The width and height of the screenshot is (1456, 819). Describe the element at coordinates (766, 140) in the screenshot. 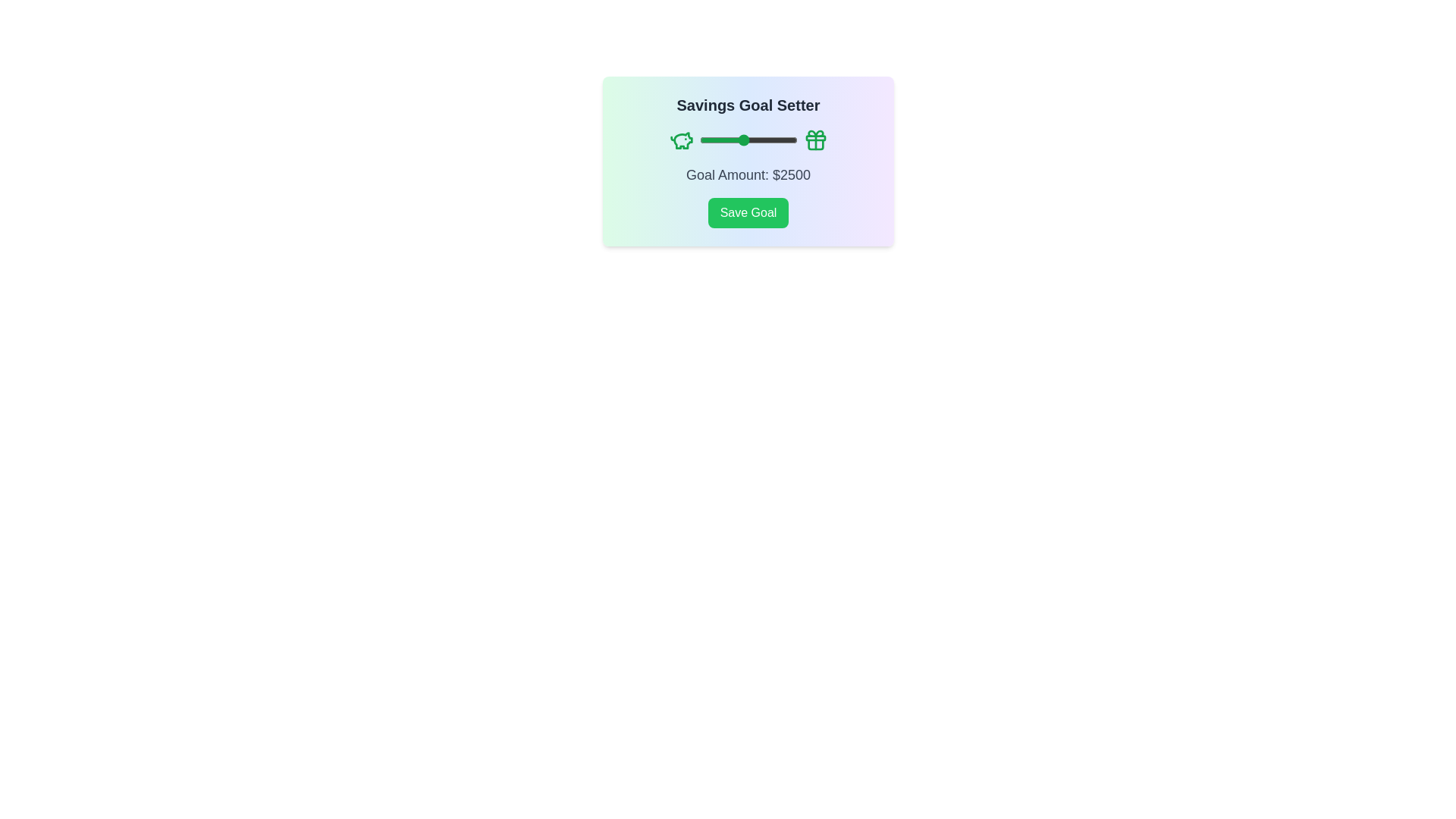

I see `the savings goal slider to 3578 by dragging it` at that location.